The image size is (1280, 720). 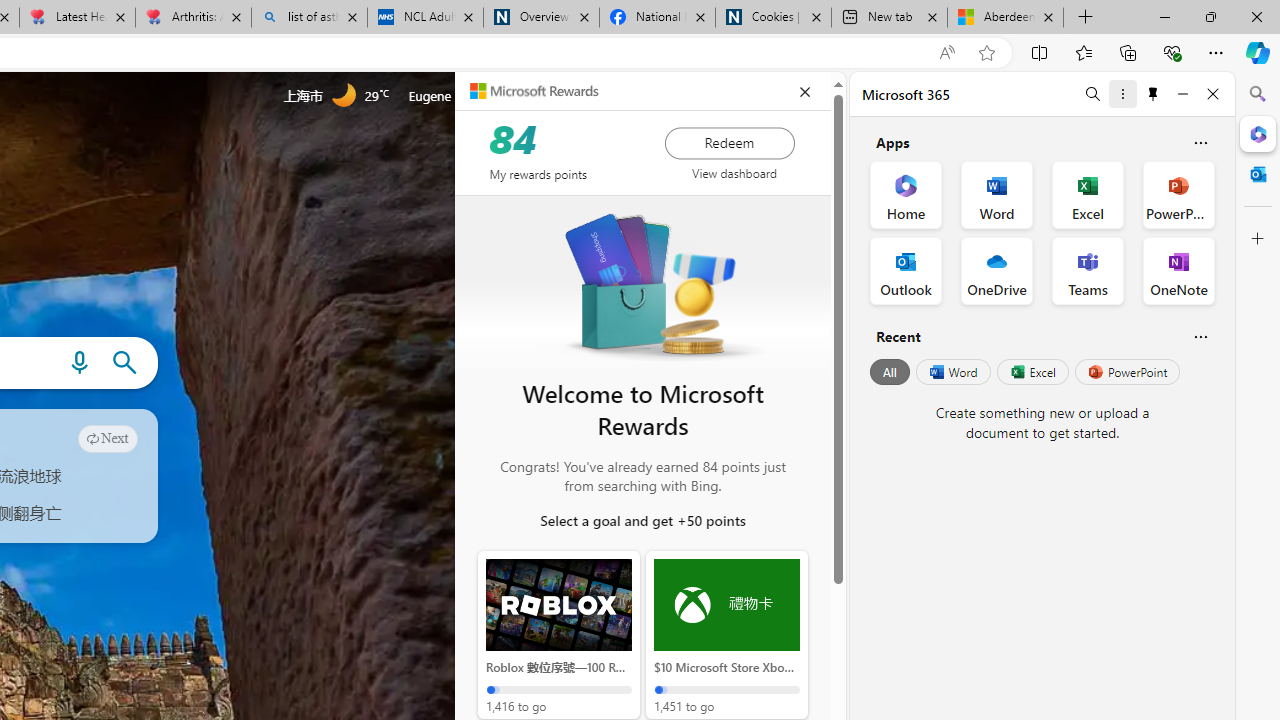 I want to click on 'Outlook Office App', so click(x=905, y=271).